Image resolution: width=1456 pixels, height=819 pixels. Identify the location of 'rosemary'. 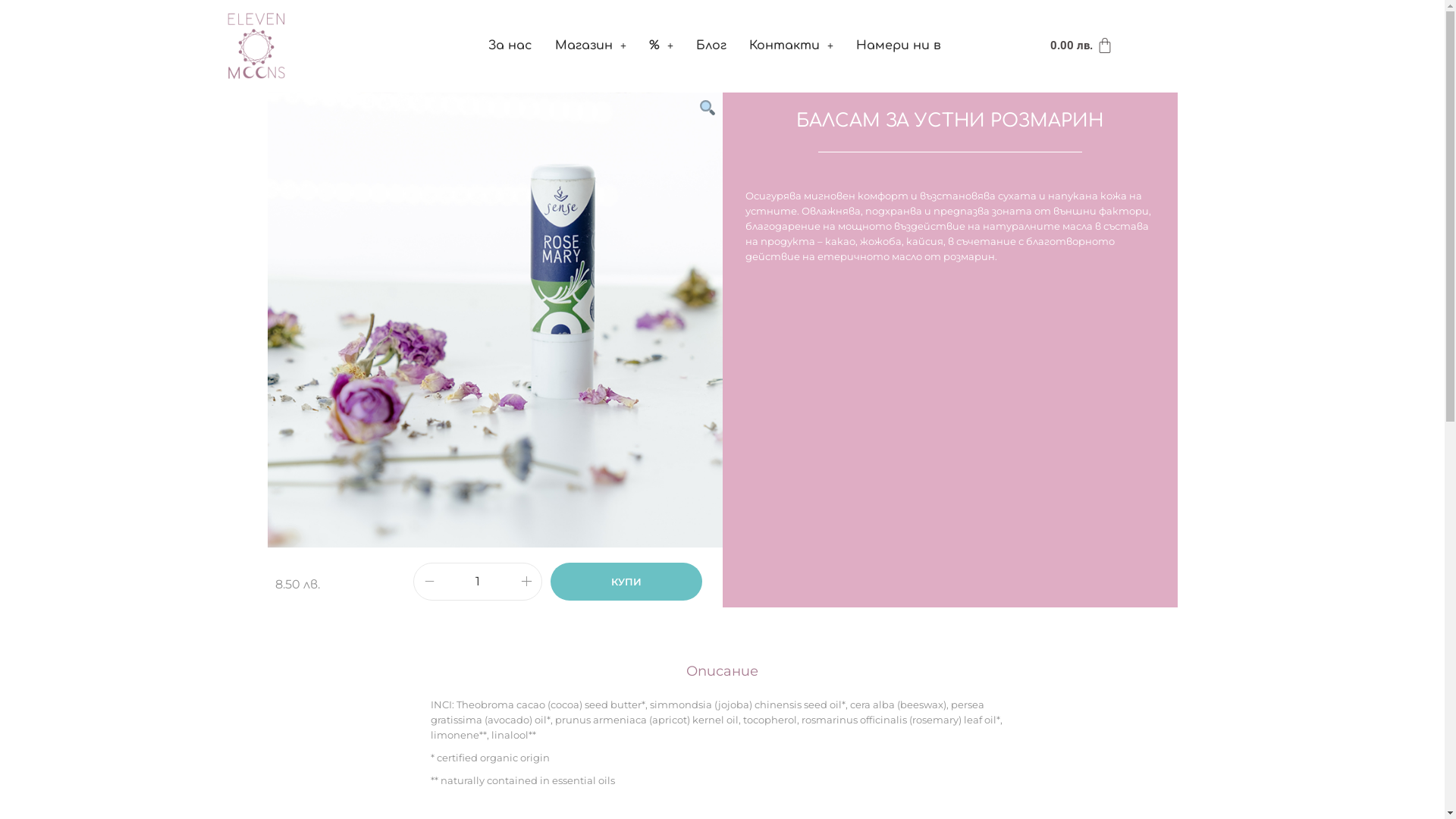
(494, 318).